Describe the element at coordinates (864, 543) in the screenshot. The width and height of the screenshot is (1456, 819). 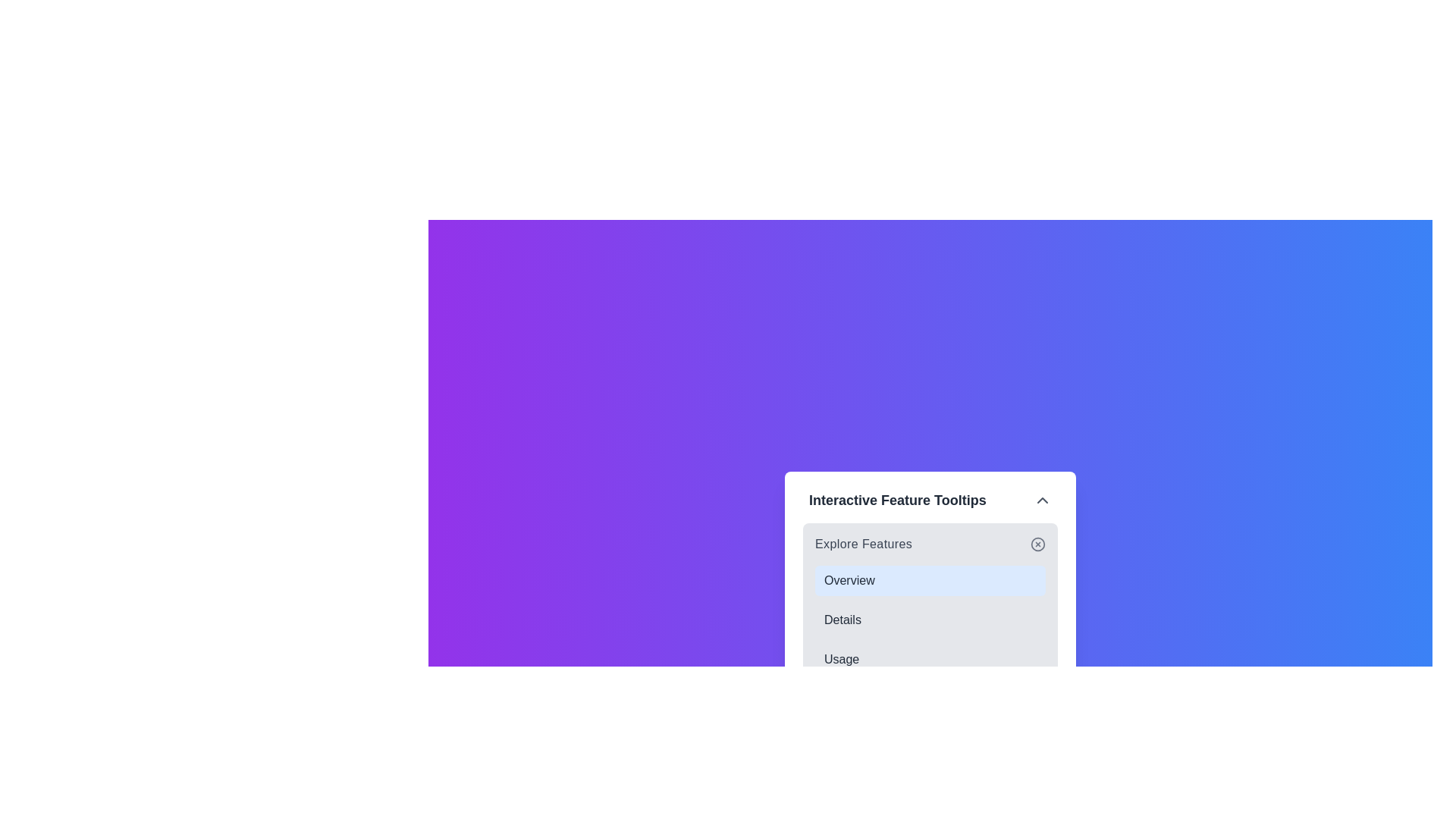
I see `the text element 'Explore Features' which is styled in gray color and located below the title 'Interactive Feature Tooltips'` at that location.